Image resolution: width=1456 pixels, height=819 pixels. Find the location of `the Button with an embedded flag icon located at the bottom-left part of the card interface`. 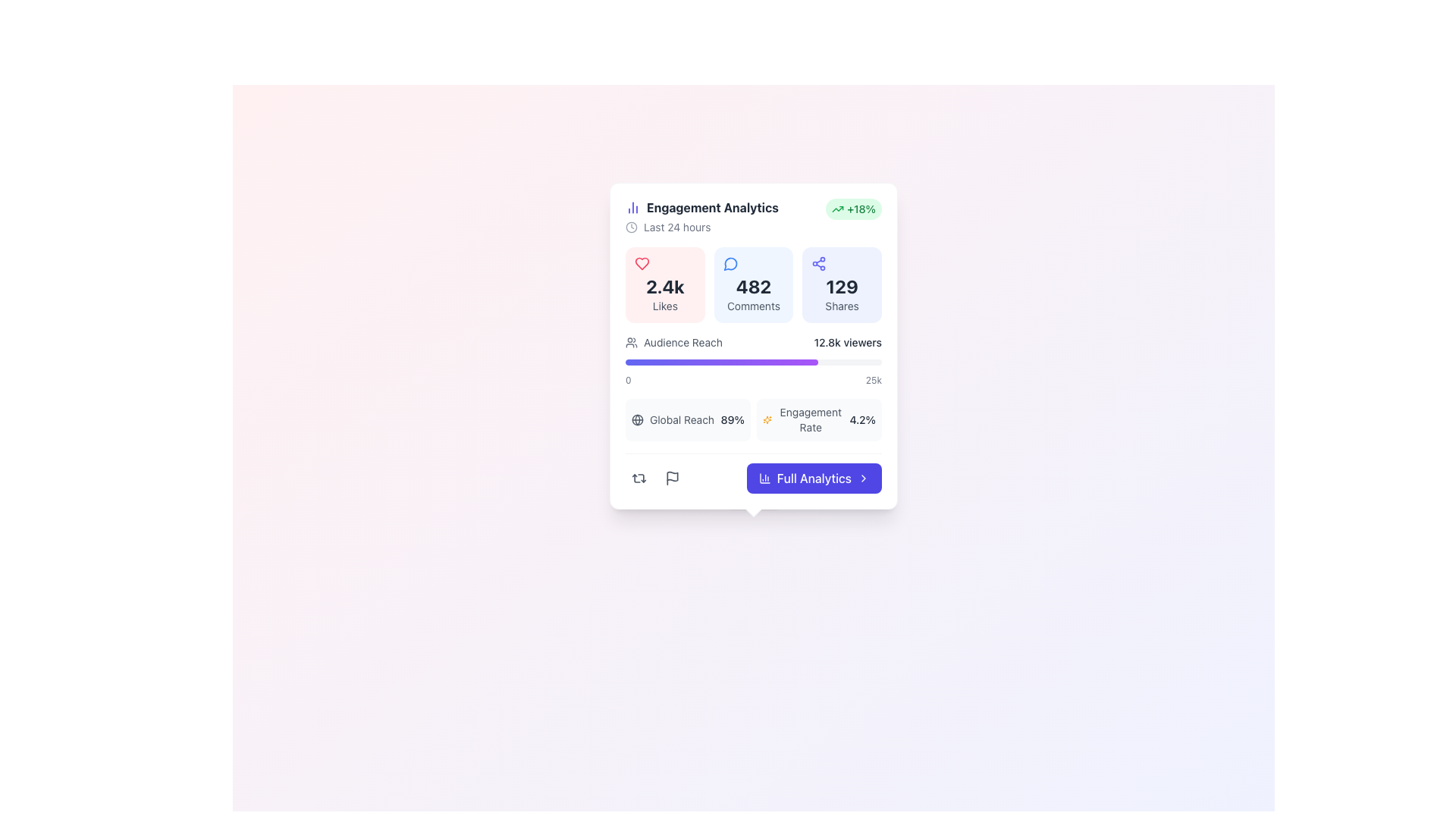

the Button with an embedded flag icon located at the bottom-left part of the card interface is located at coordinates (672, 479).